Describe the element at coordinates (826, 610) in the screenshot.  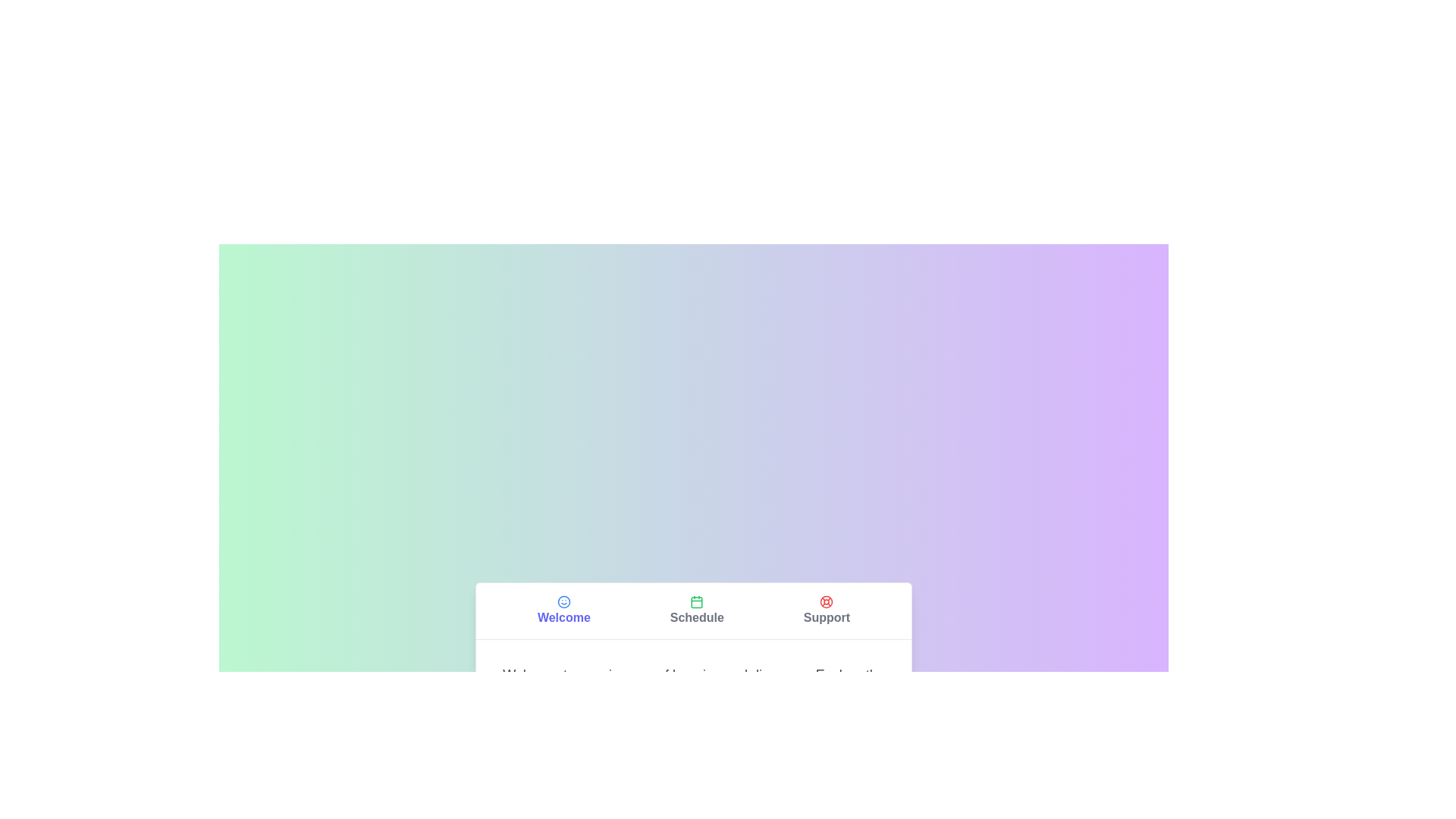
I see `the tab labeled Support to observe the visual transition` at that location.